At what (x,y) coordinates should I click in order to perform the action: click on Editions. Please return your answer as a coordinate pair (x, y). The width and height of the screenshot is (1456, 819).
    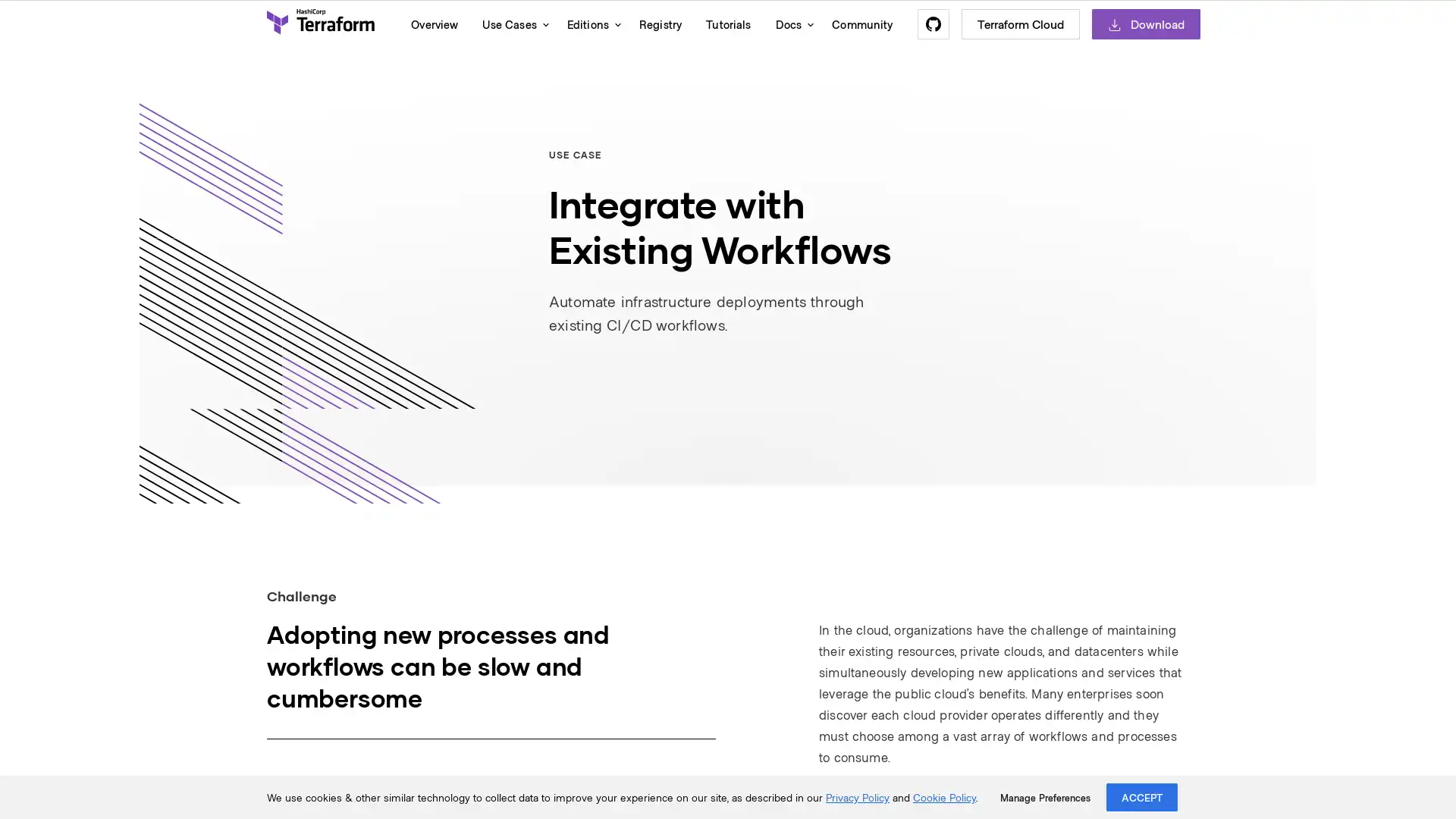
    Looking at the image, I should click on (589, 24).